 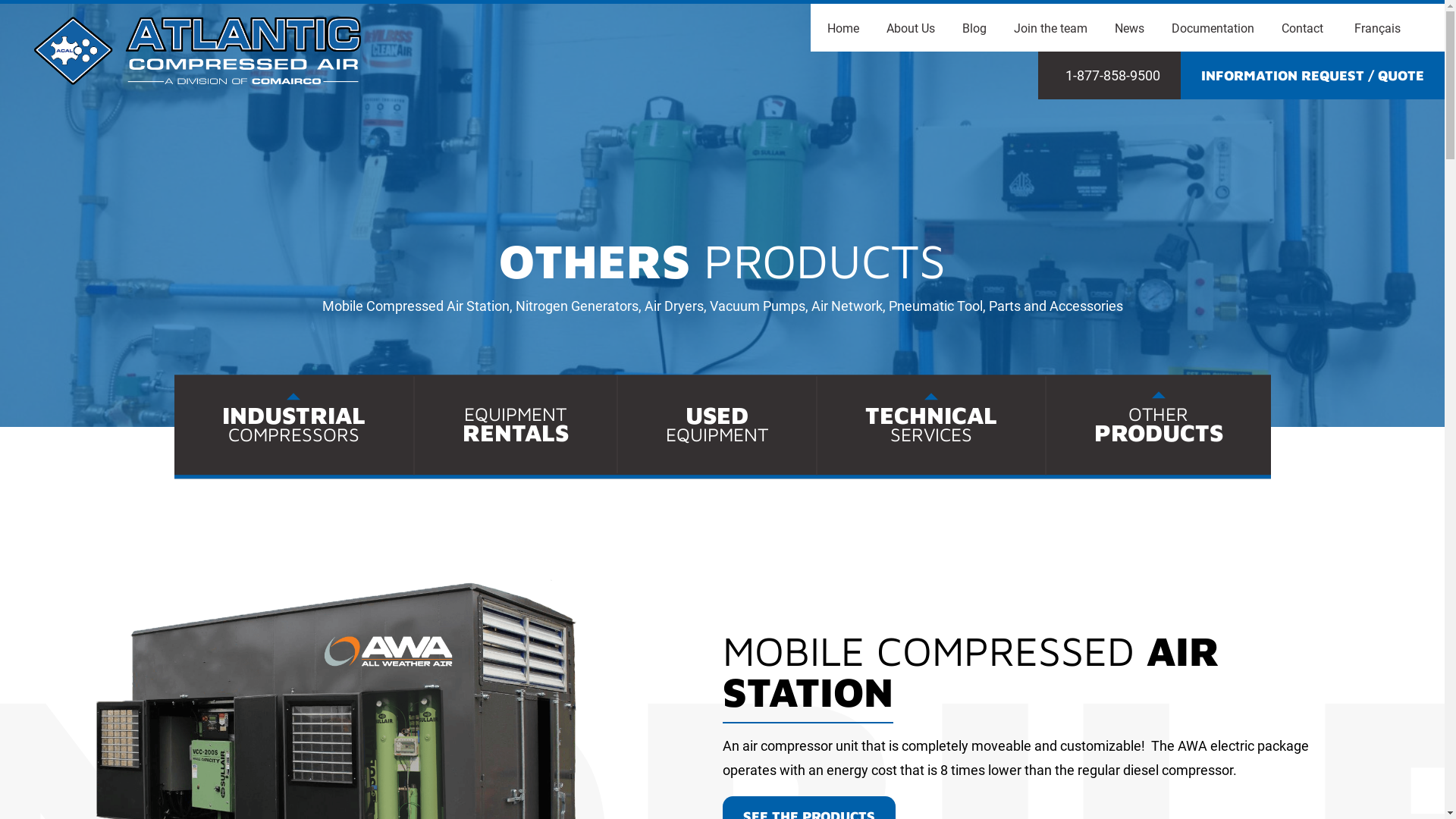 I want to click on 'OTHER, so click(x=1157, y=424).